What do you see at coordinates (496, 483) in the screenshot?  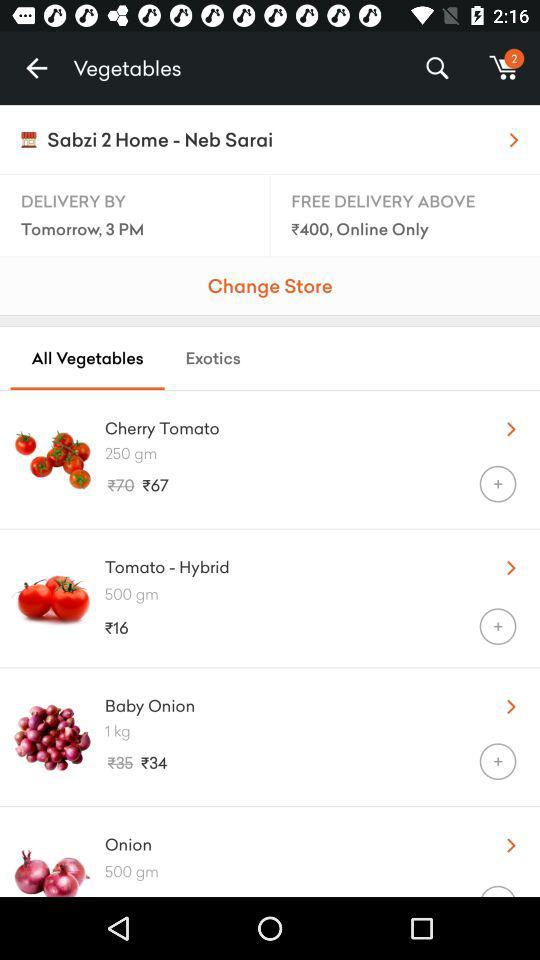 I see `the item below 250 gm icon` at bounding box center [496, 483].